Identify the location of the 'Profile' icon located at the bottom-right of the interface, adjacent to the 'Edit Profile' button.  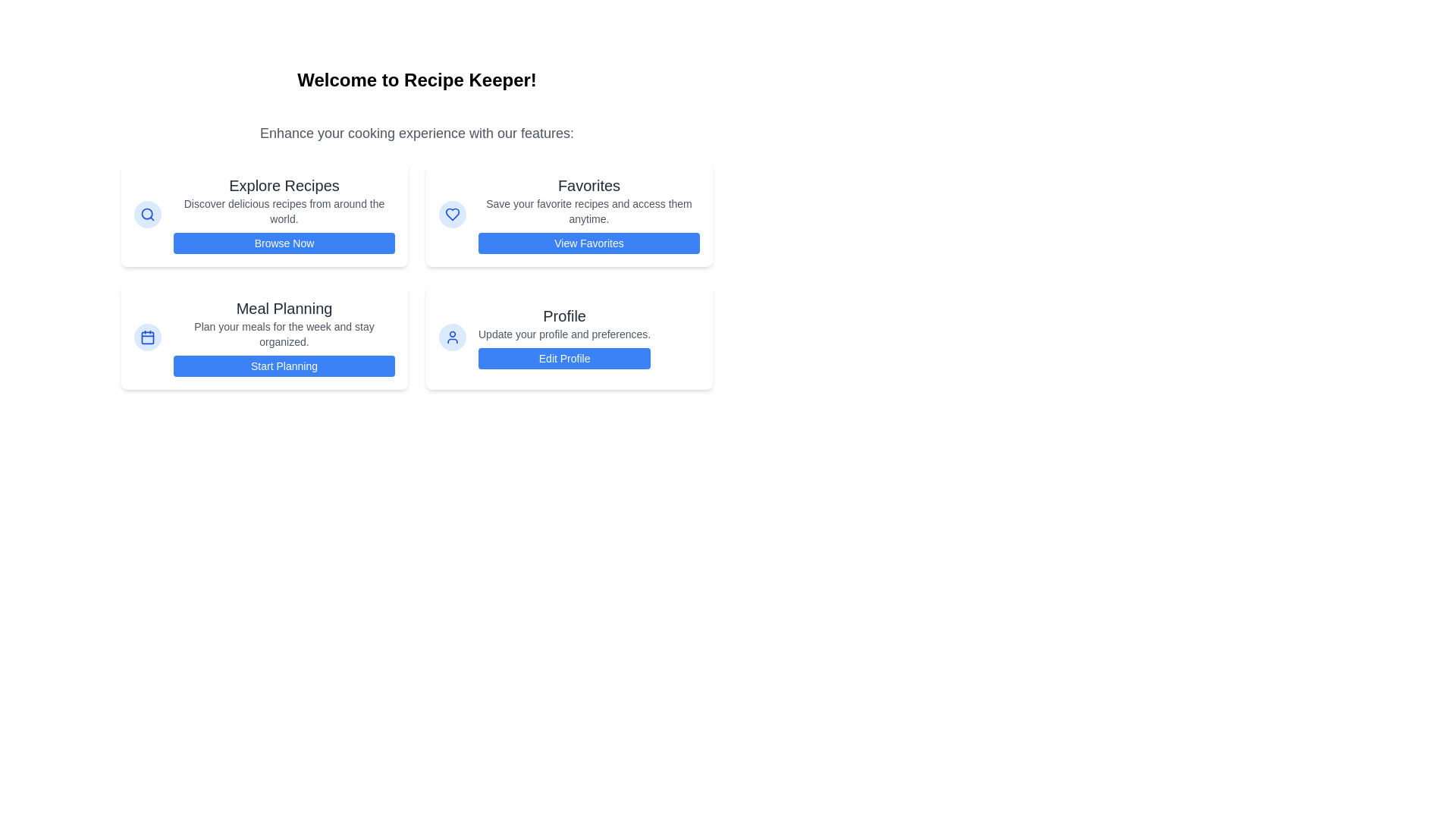
(451, 336).